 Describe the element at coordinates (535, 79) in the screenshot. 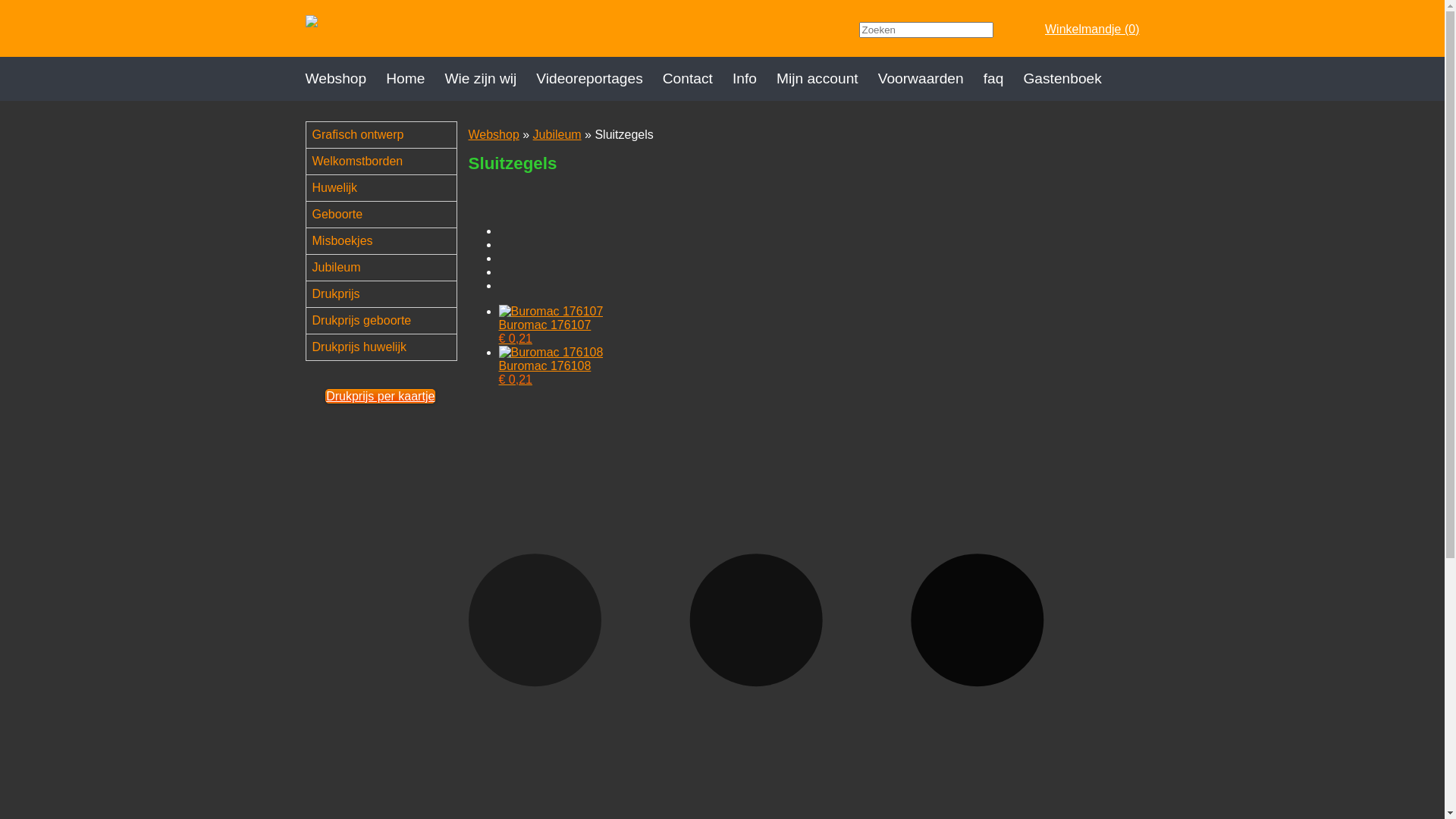

I see `'Videoreportages'` at that location.